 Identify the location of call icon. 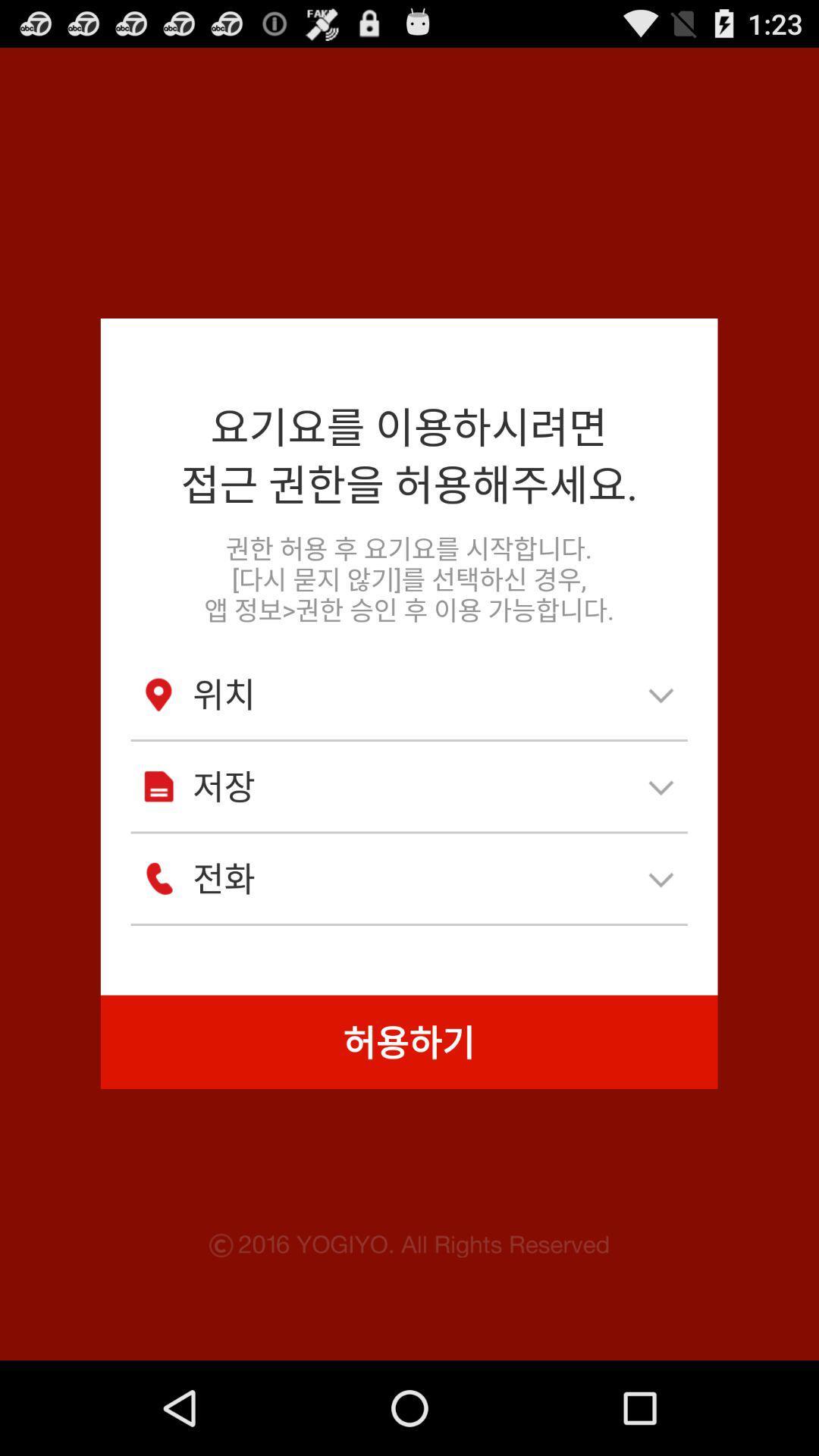
(158, 878).